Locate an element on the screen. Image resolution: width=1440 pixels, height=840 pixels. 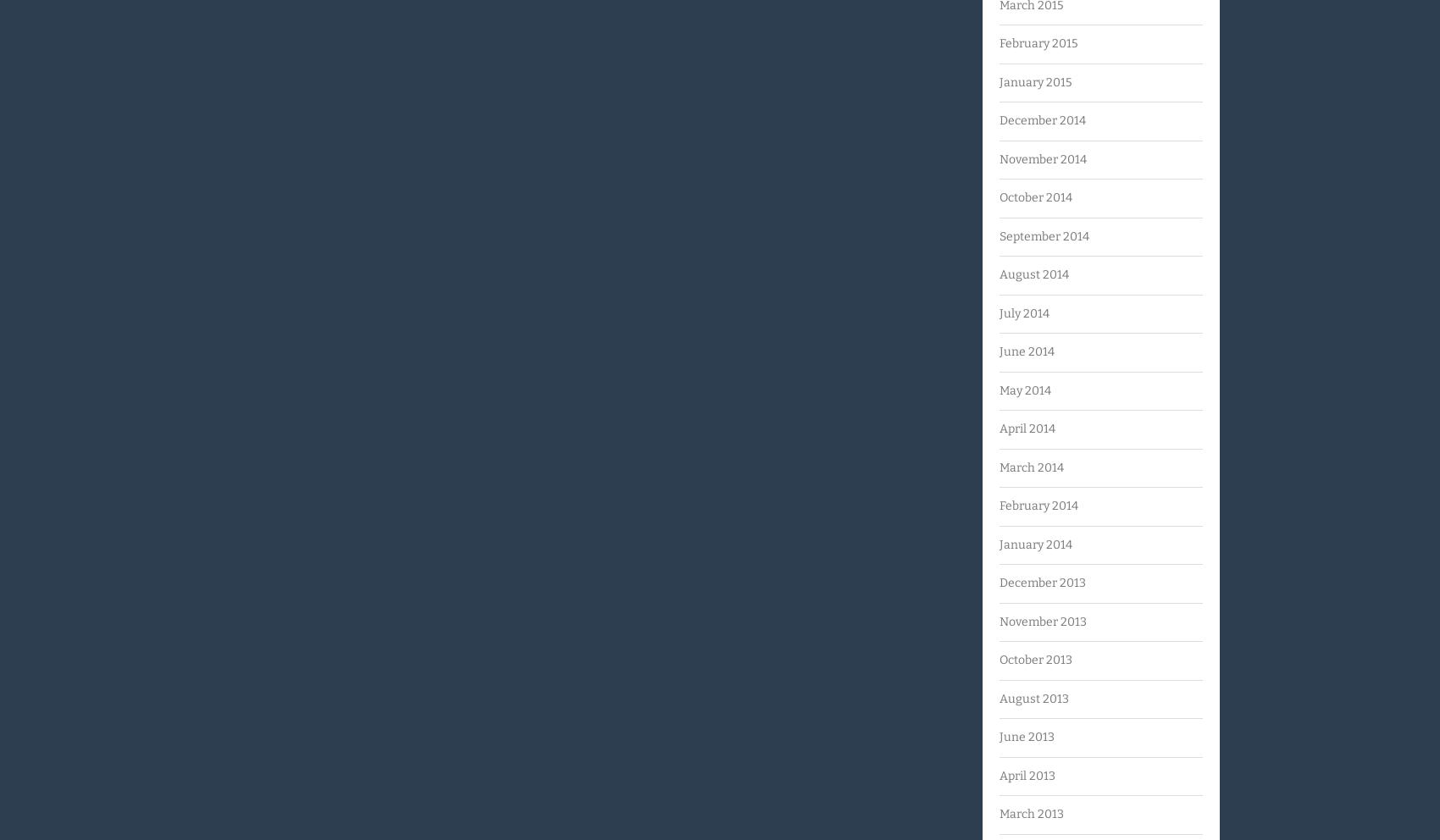
'June 2013' is located at coordinates (998, 737).